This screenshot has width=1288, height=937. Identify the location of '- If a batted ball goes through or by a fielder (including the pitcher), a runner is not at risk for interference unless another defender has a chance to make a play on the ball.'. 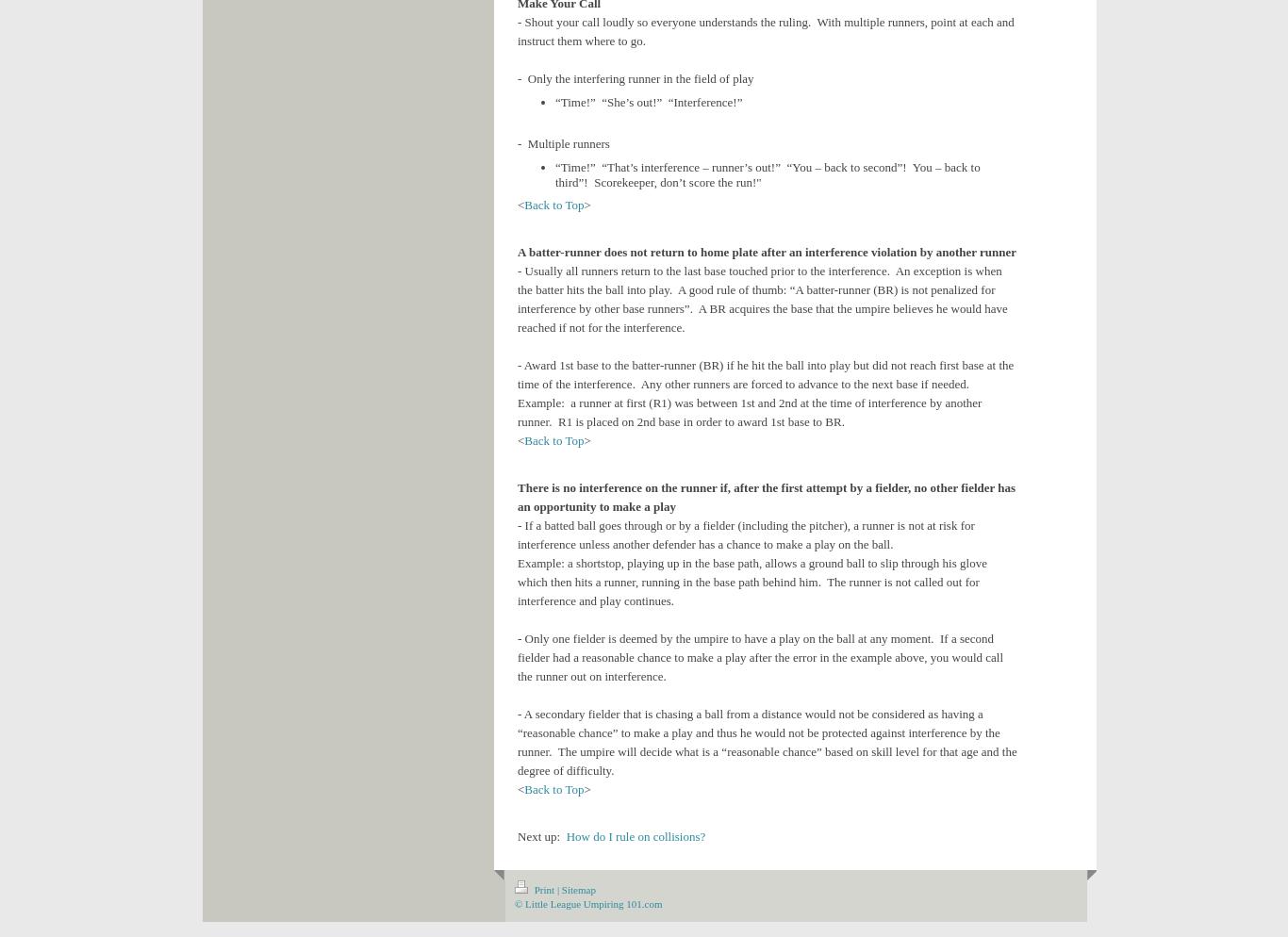
(517, 534).